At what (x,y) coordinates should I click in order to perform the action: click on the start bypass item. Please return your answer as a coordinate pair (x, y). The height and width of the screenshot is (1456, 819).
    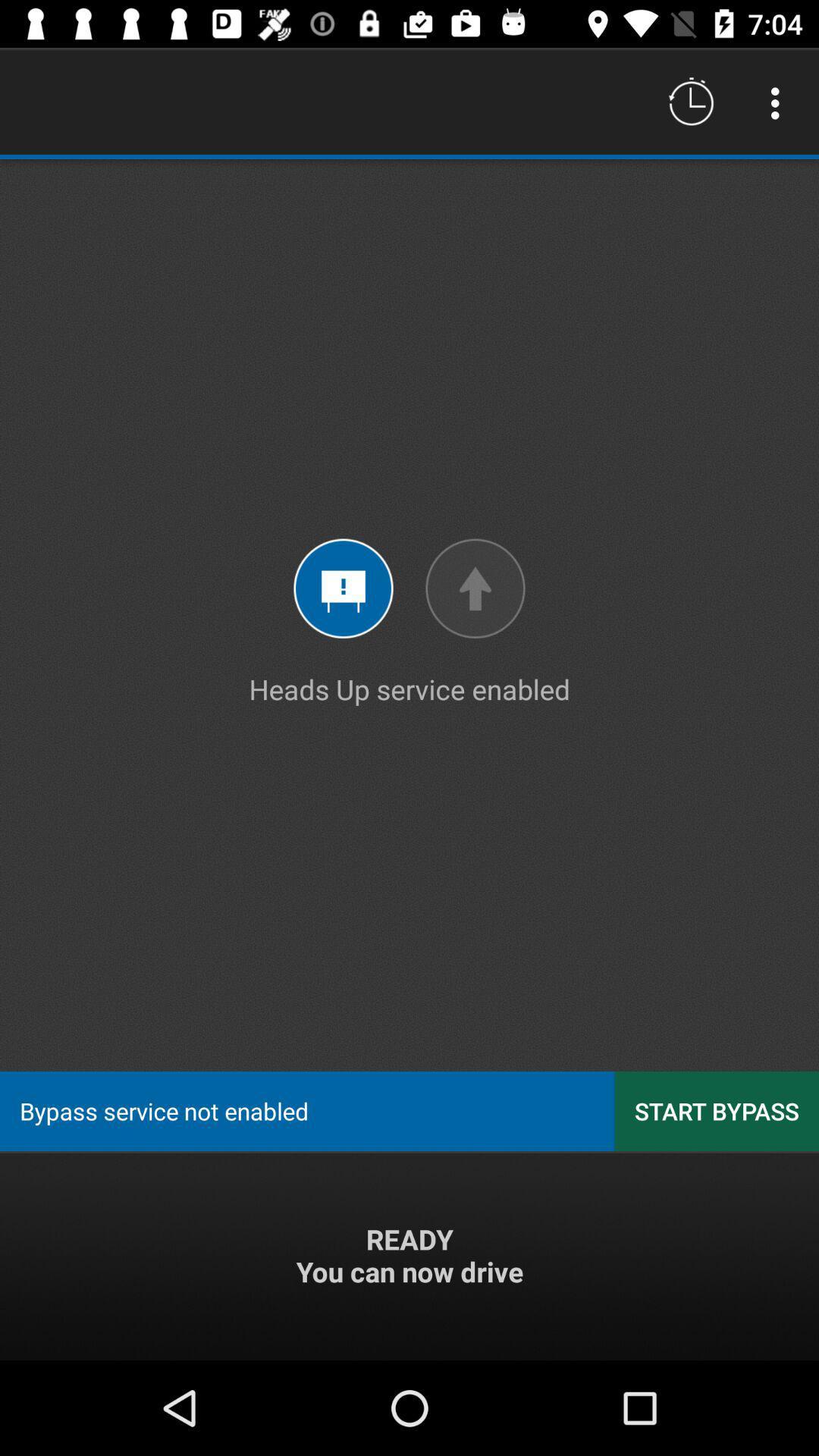
    Looking at the image, I should click on (717, 1111).